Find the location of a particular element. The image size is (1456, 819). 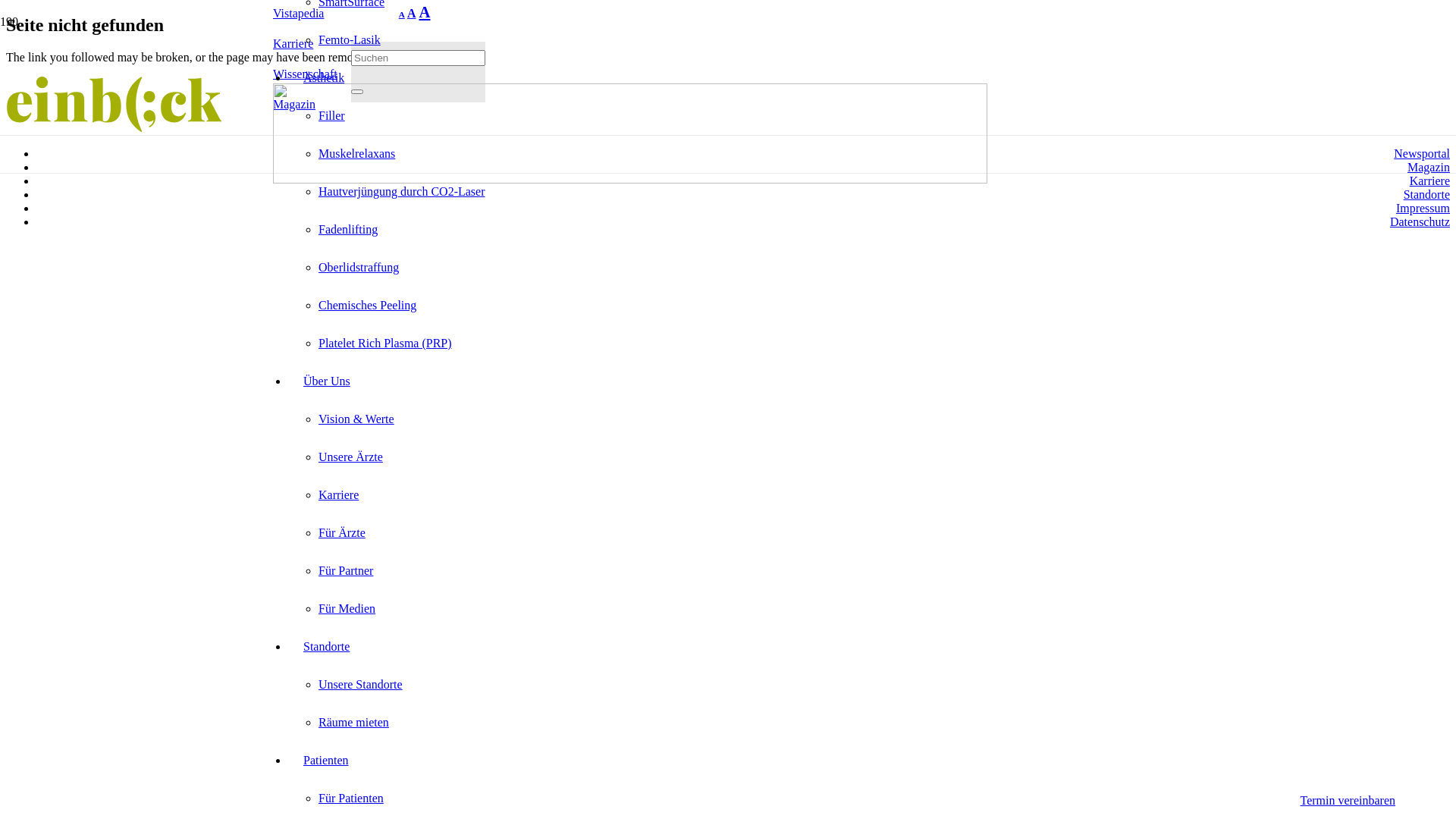

'Femto-Lasik' is located at coordinates (318, 39).